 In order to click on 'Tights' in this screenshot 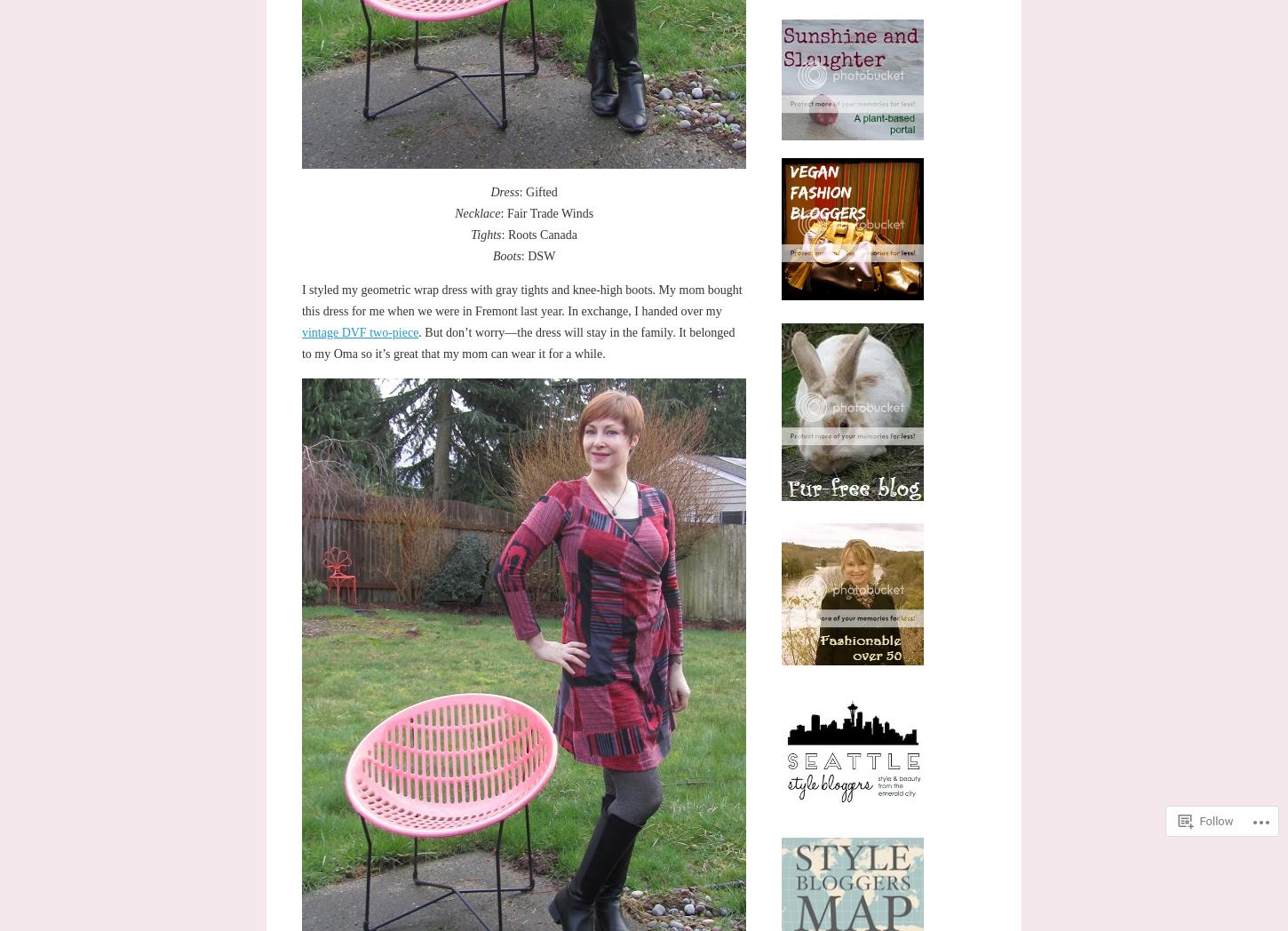, I will do `click(485, 233)`.